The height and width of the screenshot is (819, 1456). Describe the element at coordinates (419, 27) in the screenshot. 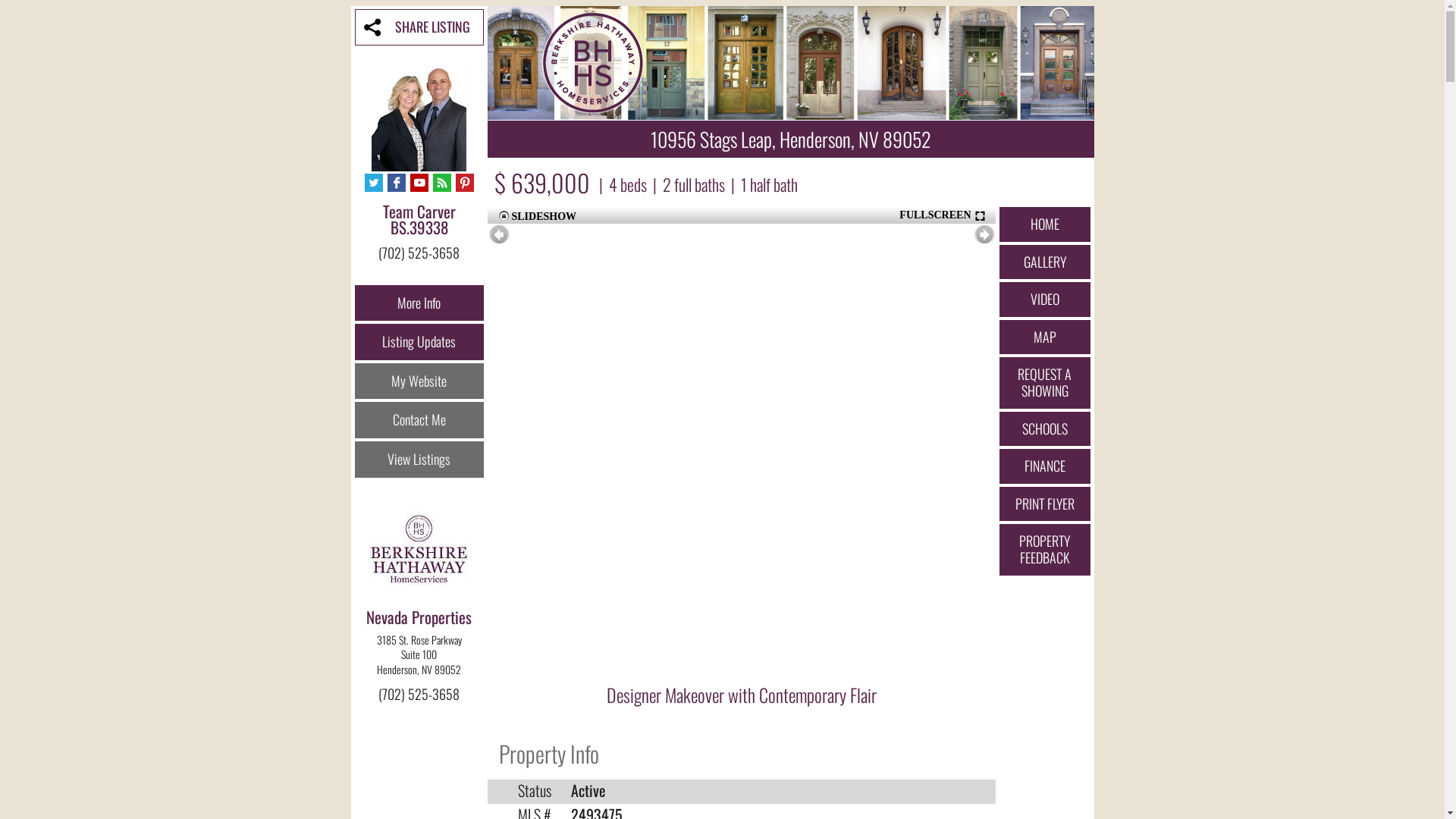

I see `'SHARE LISTING'` at that location.